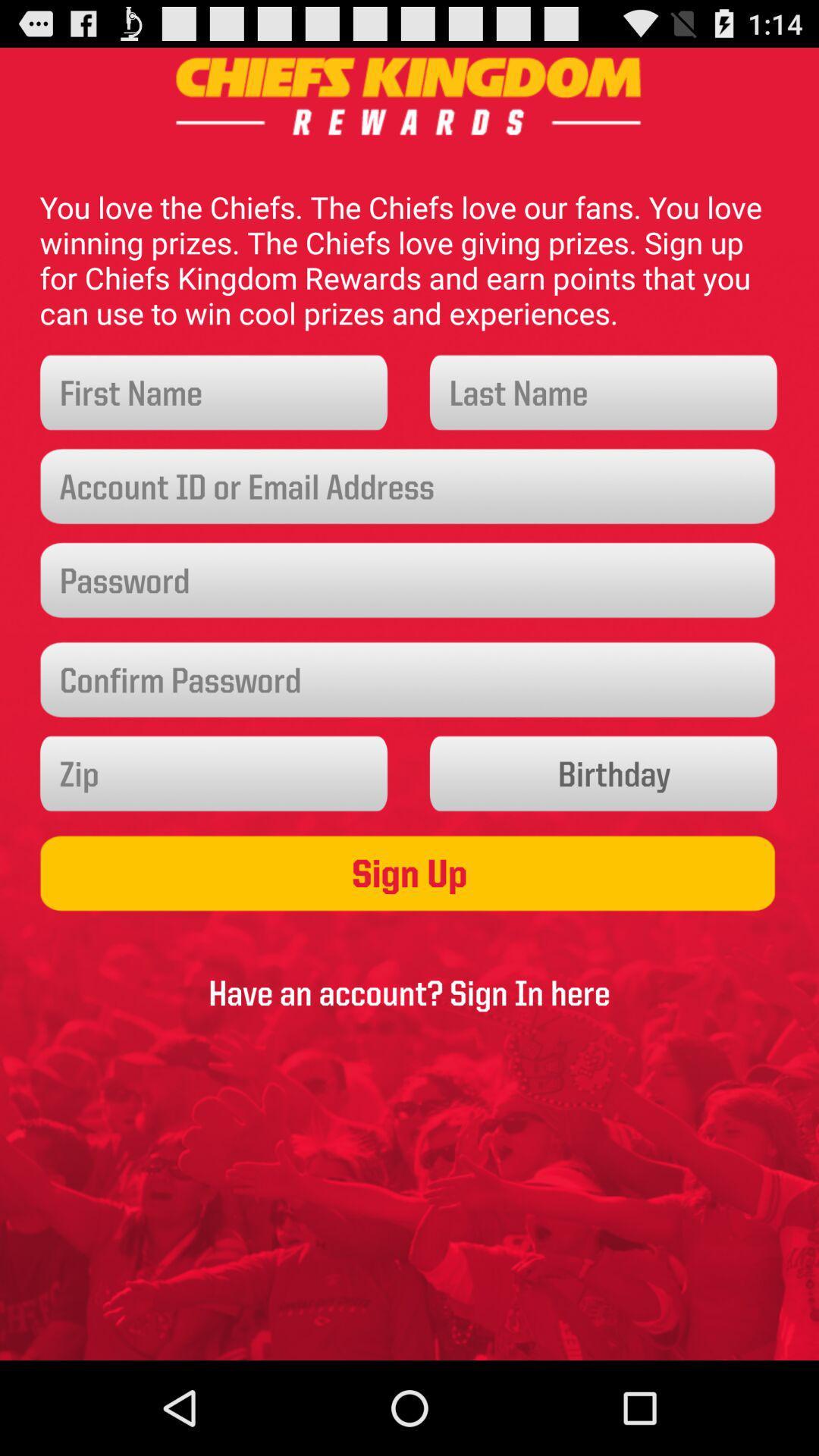 The height and width of the screenshot is (1456, 819). What do you see at coordinates (409, 679) in the screenshot?
I see `password entry` at bounding box center [409, 679].